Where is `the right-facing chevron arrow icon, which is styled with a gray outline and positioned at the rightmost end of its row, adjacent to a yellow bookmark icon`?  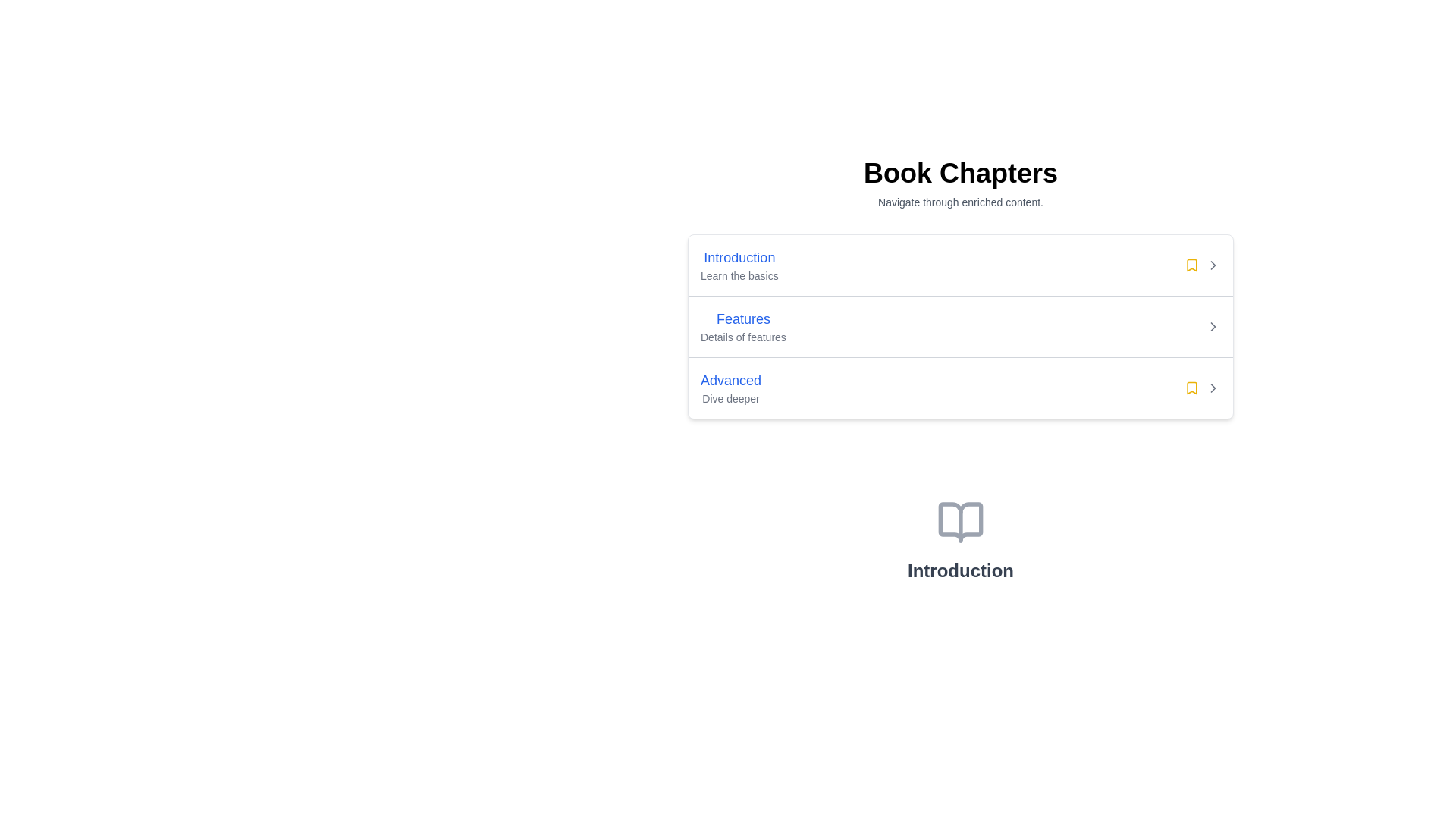 the right-facing chevron arrow icon, which is styled with a gray outline and positioned at the rightmost end of its row, adjacent to a yellow bookmark icon is located at coordinates (1212, 265).